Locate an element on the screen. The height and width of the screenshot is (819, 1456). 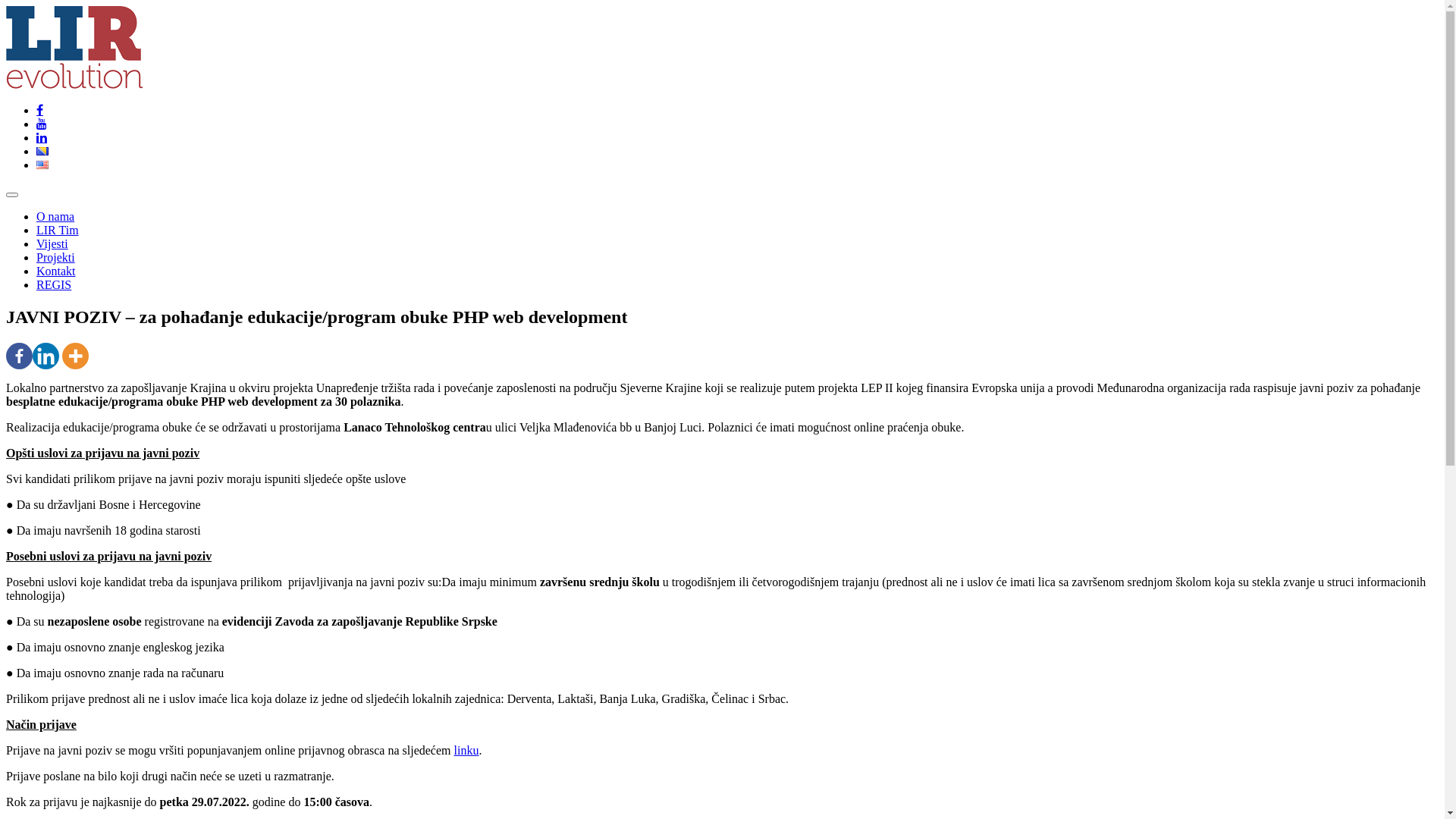
'Vijesti' is located at coordinates (36, 243).